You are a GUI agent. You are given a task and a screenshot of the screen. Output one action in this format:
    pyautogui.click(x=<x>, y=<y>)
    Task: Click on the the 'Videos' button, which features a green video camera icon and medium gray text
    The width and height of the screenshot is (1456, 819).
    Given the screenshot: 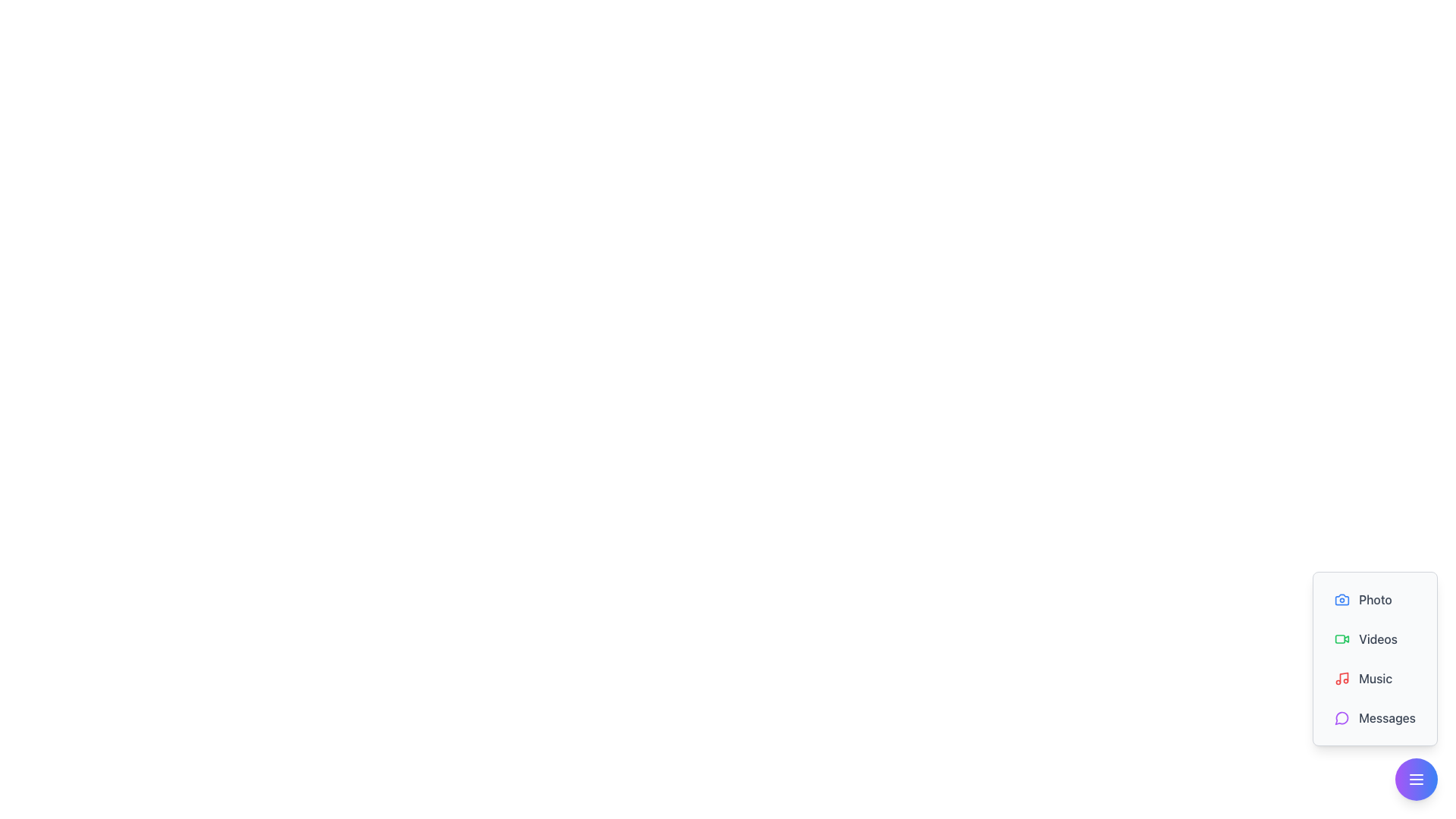 What is the action you would take?
    pyautogui.click(x=1375, y=639)
    